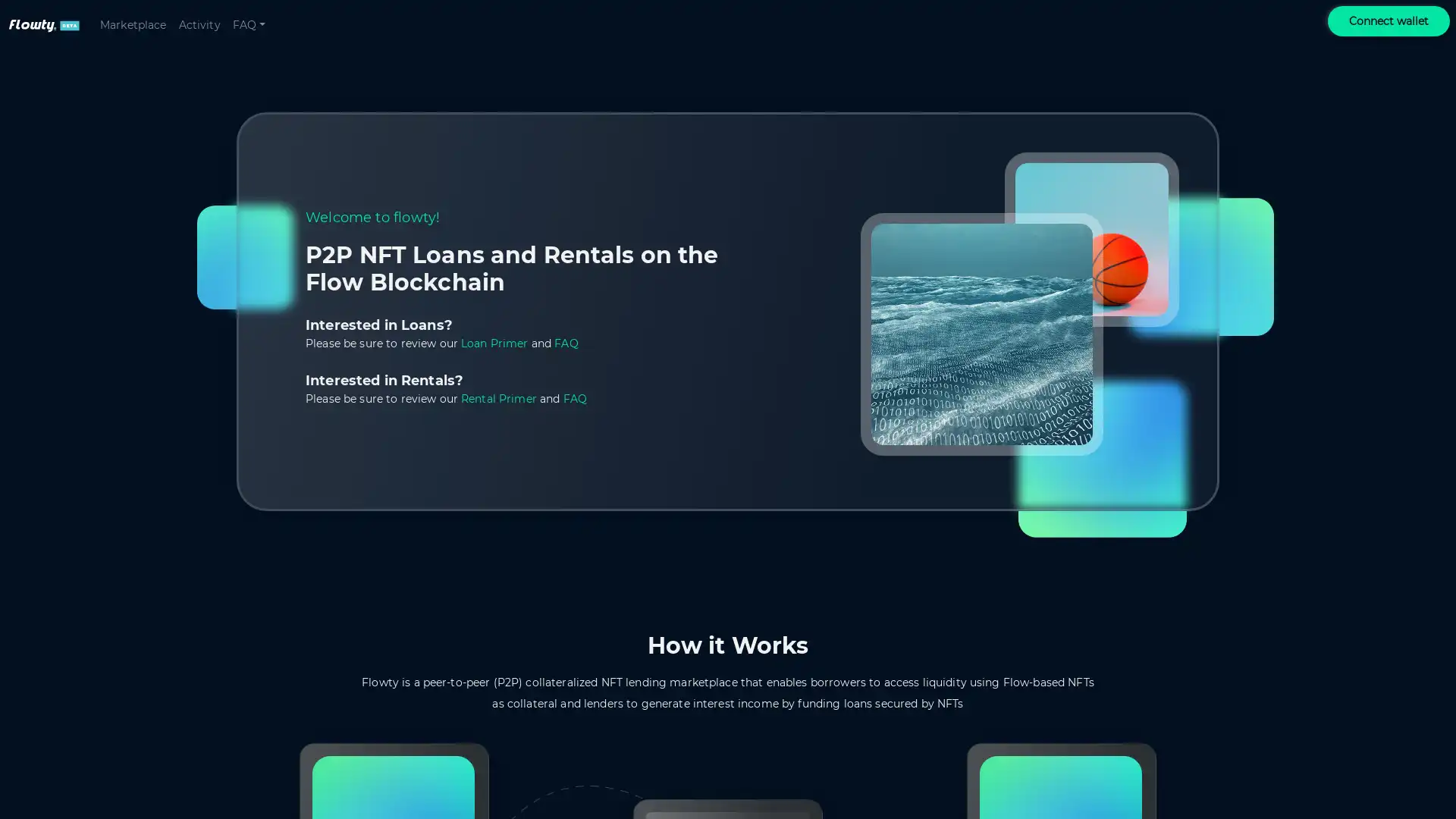 This screenshot has height=819, width=1456. What do you see at coordinates (198, 24) in the screenshot?
I see `Activity` at bounding box center [198, 24].